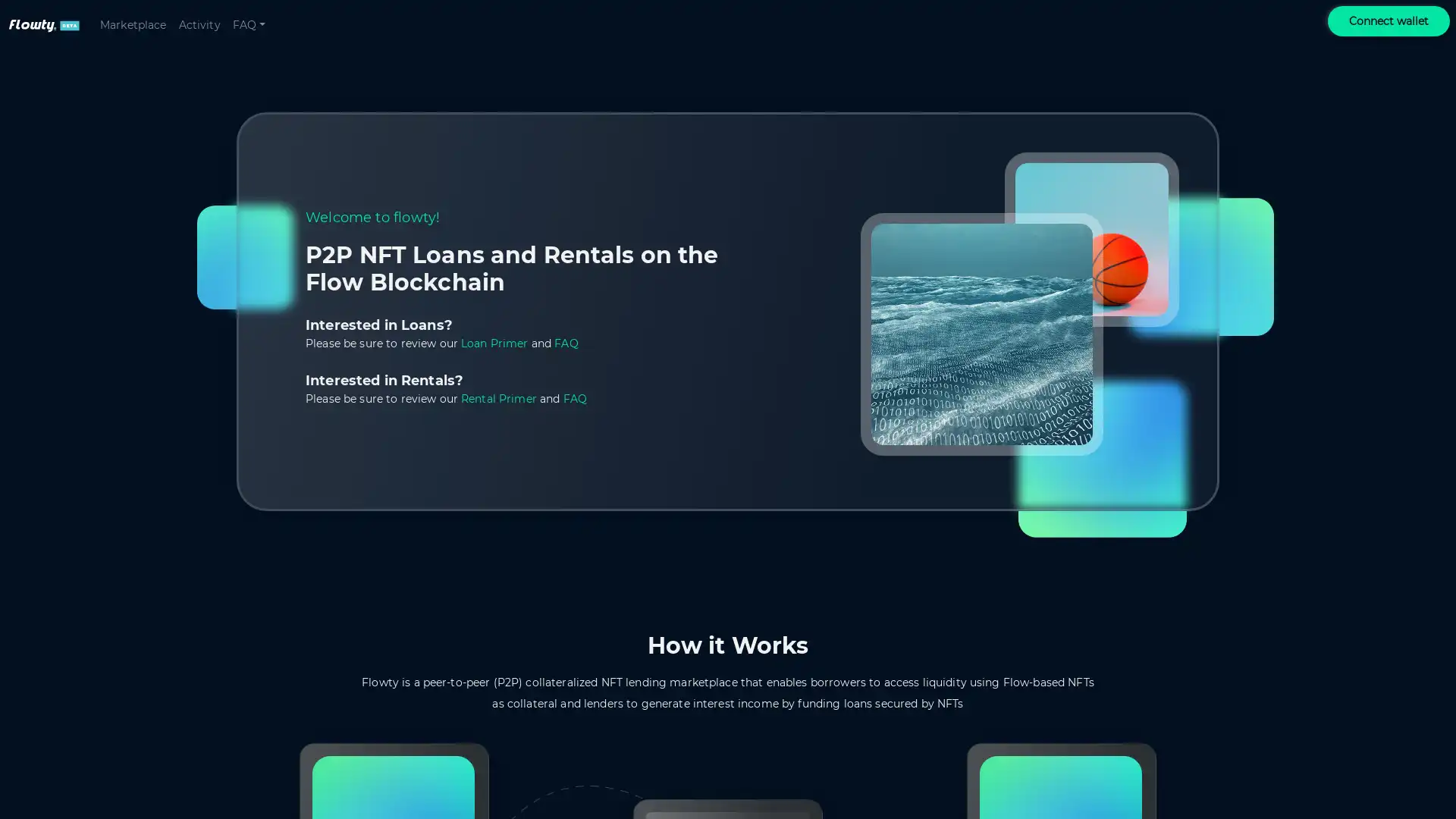 This screenshot has height=819, width=1456. What do you see at coordinates (198, 24) in the screenshot?
I see `Activity` at bounding box center [198, 24].